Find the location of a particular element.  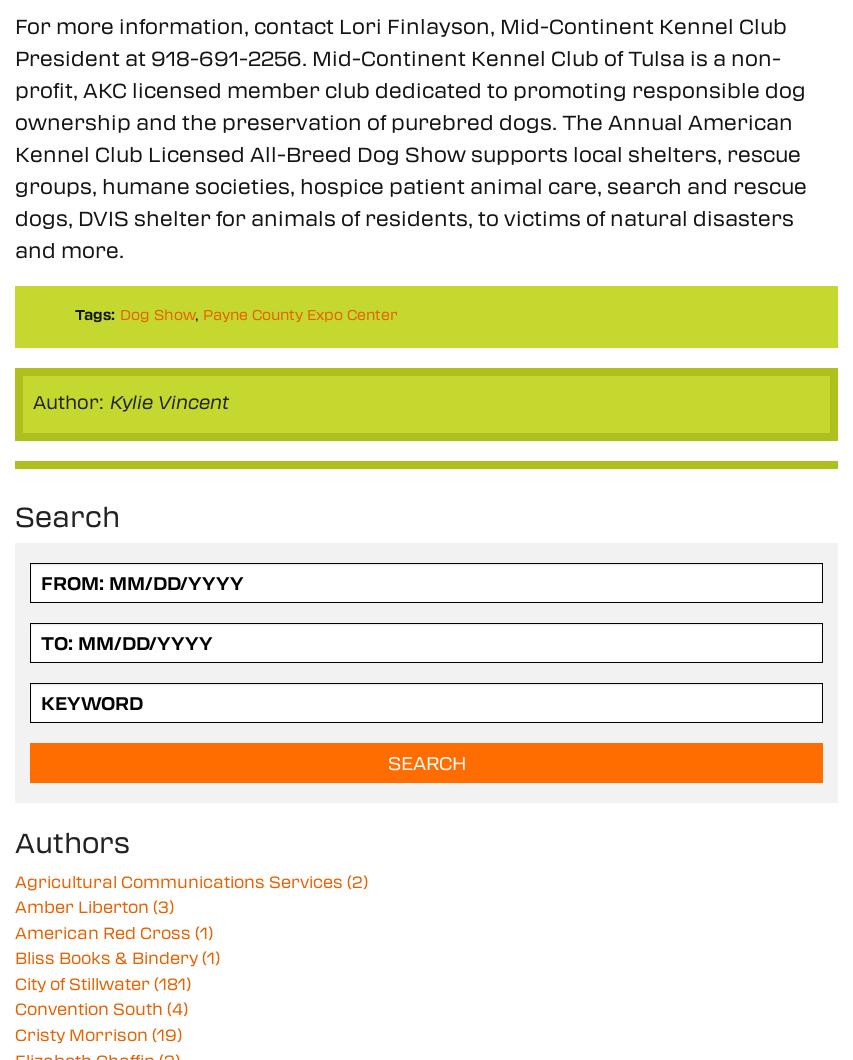

'Payne County Expo Center' is located at coordinates (300, 313).